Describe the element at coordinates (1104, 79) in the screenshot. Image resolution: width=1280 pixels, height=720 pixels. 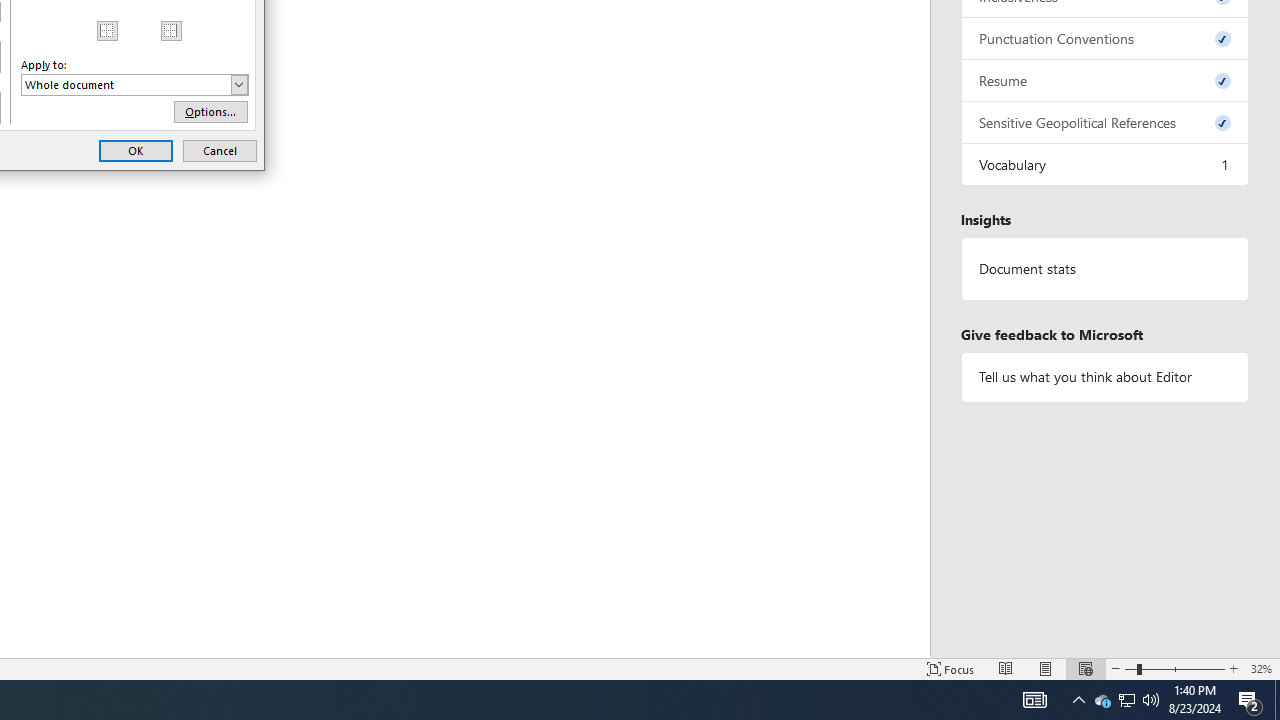
I see `'Resume, 0 issues. Press space or enter to review items.'` at that location.